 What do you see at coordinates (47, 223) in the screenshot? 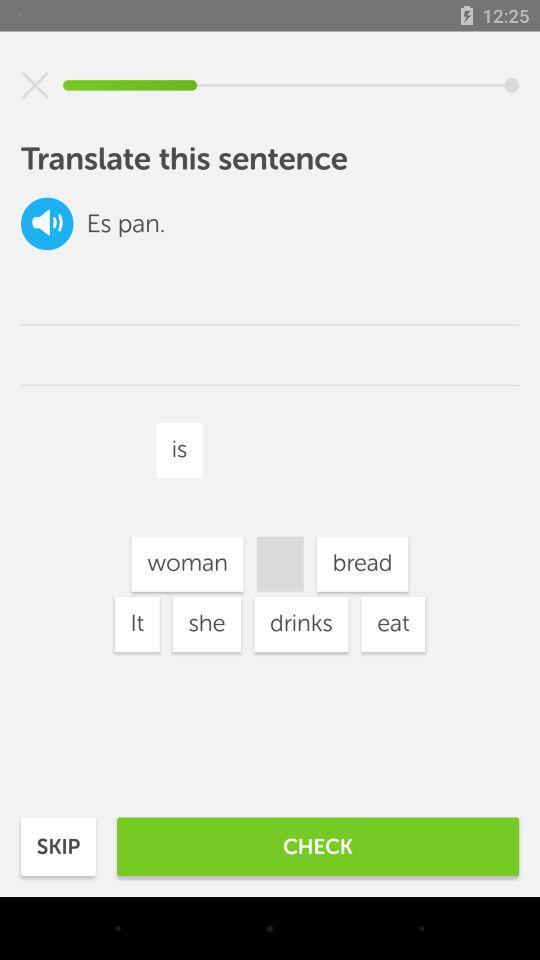
I see `the volume icon` at bounding box center [47, 223].